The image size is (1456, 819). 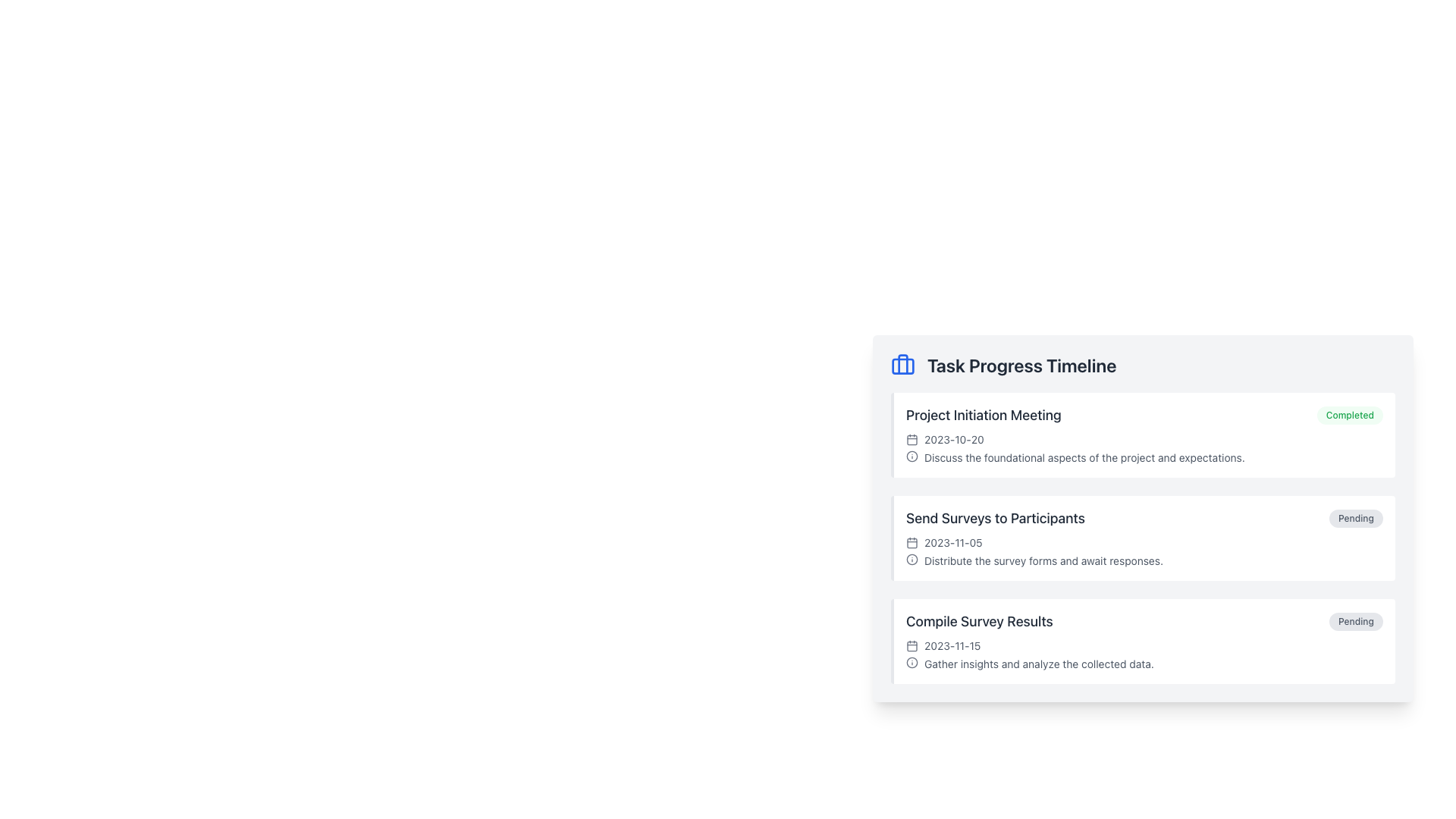 What do you see at coordinates (902, 363) in the screenshot?
I see `the blue vertical rectangle on the left side of the briefcase icon located next to the 'Task Progress Timeline' header` at bounding box center [902, 363].